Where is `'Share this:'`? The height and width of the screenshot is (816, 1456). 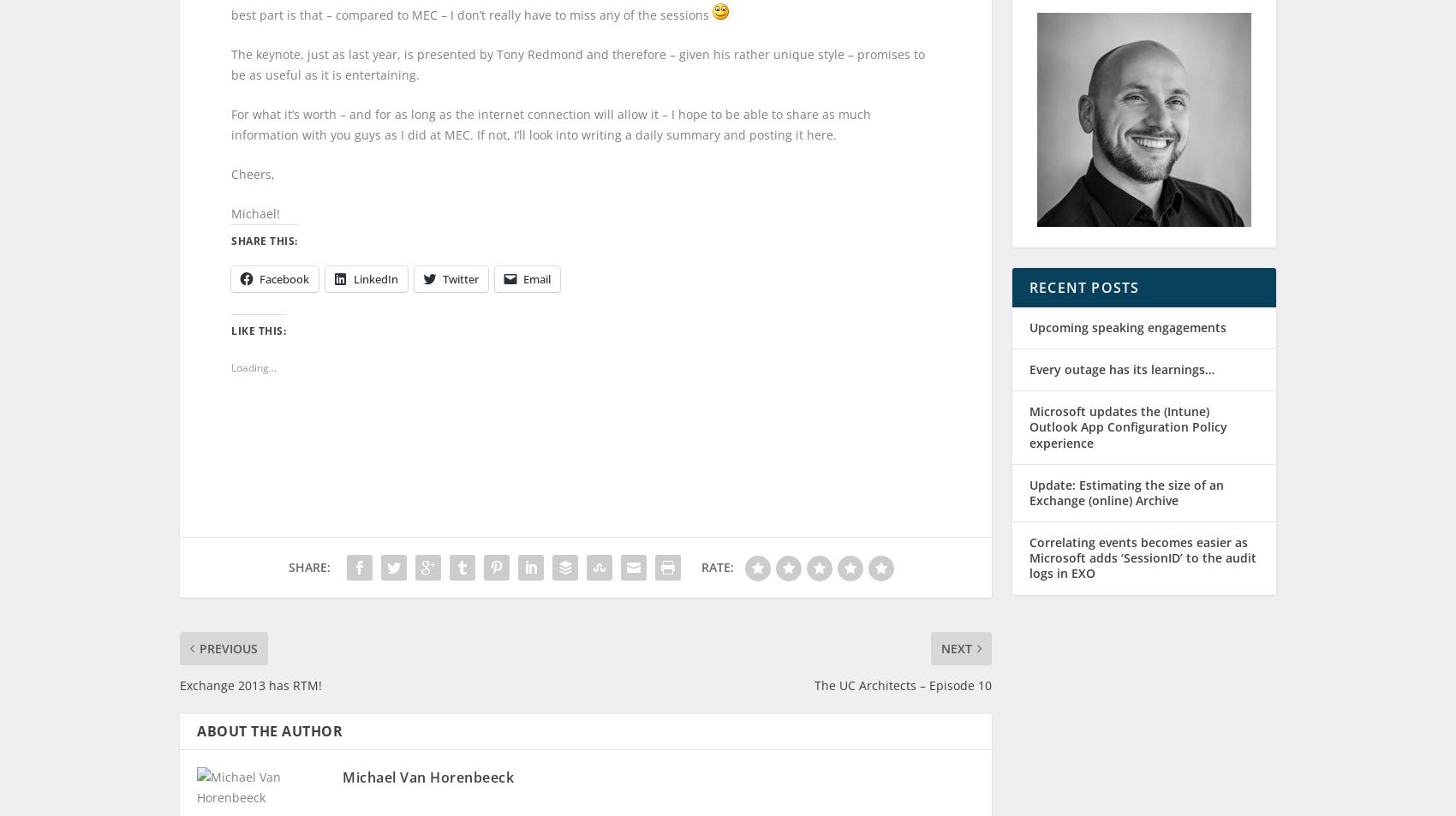 'Share this:' is located at coordinates (264, 256).